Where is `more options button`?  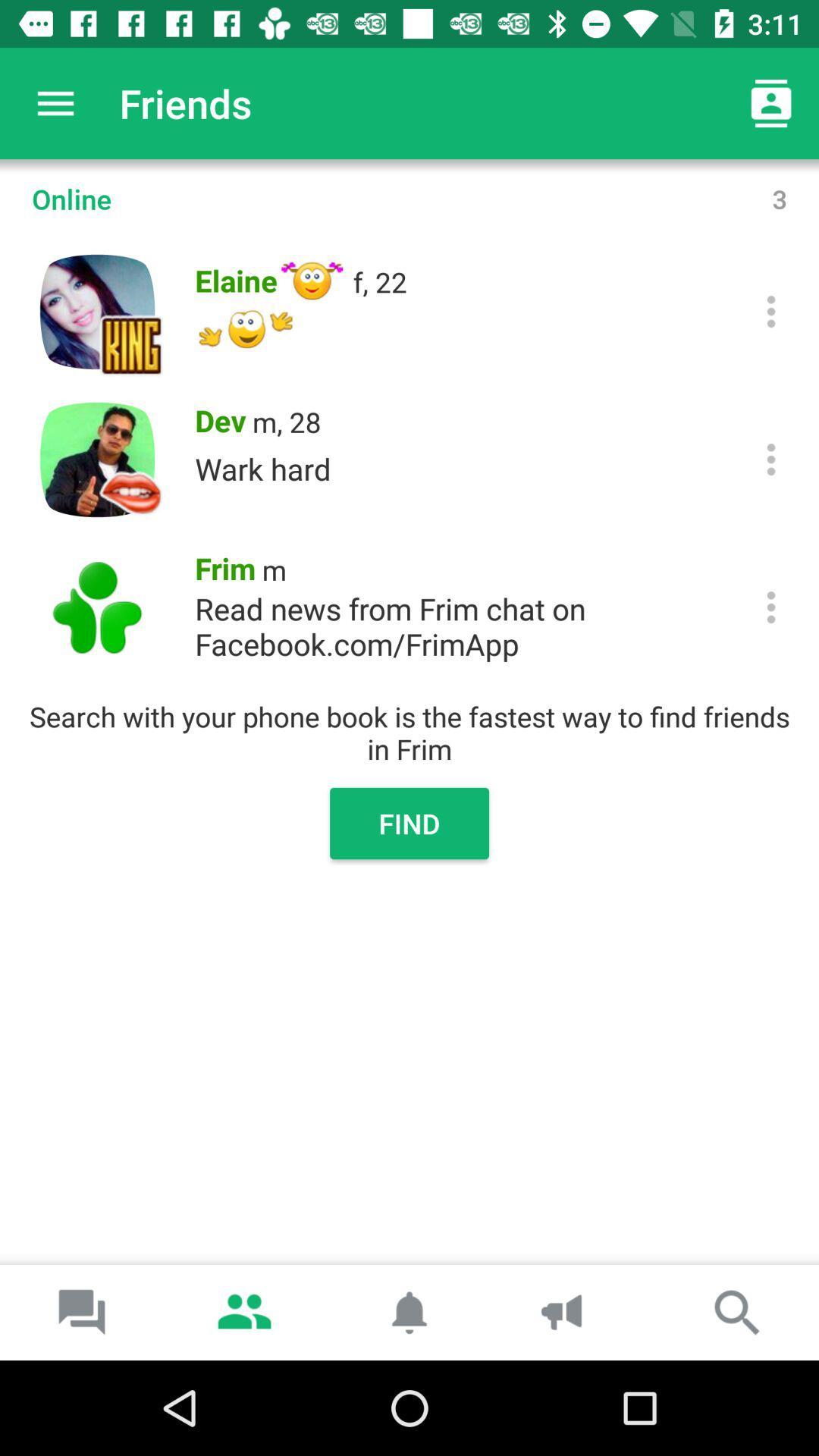
more options button is located at coordinates (771, 607).